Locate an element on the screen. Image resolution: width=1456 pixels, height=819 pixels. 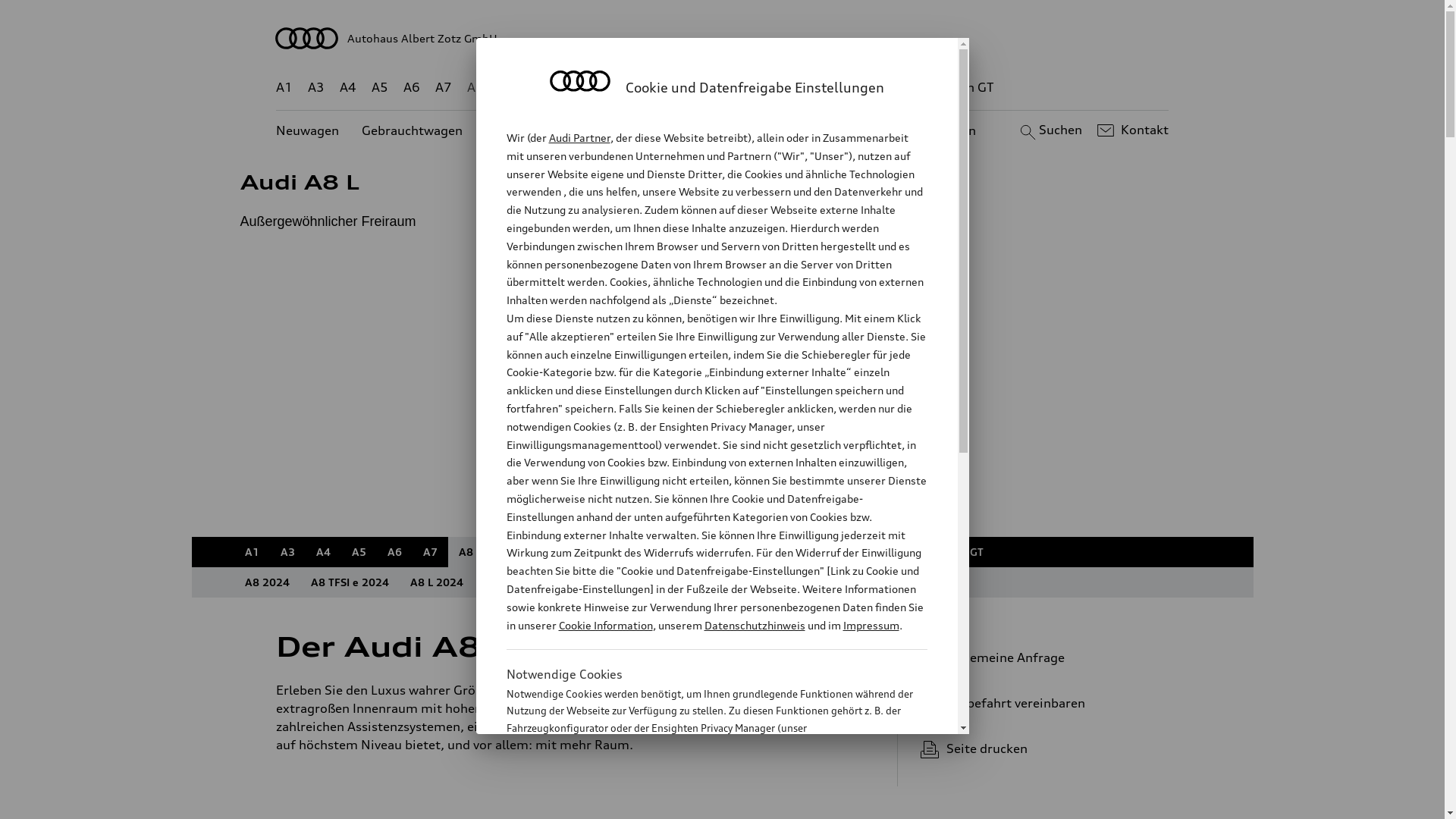
'A8 L 2024' is located at coordinates (435, 581).